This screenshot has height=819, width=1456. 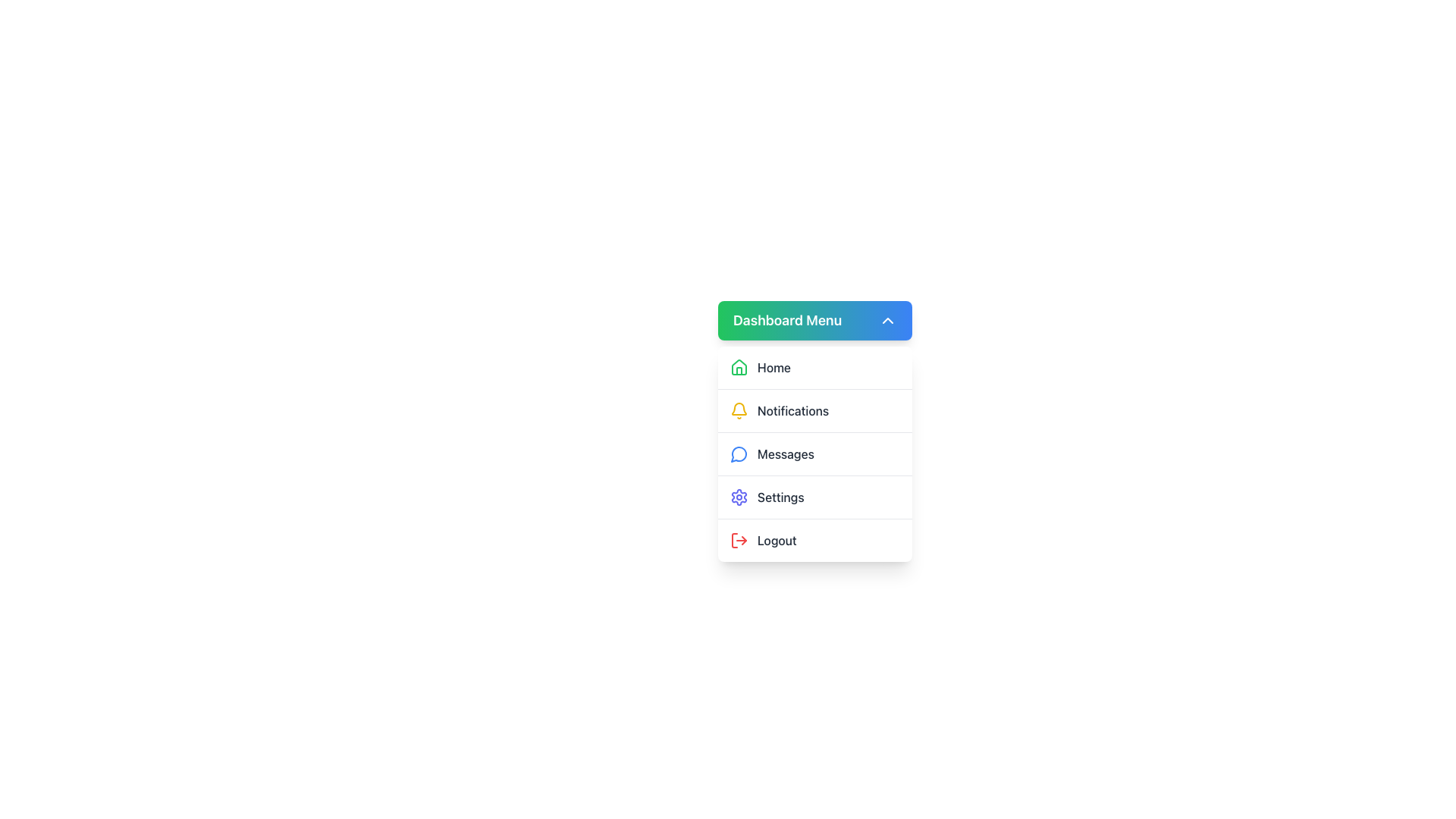 What do you see at coordinates (777, 540) in the screenshot?
I see `the 'Logout' text label in the dropdown menu, which is styled with medium font weight and gray color, located to the right of a red logout icon` at bounding box center [777, 540].